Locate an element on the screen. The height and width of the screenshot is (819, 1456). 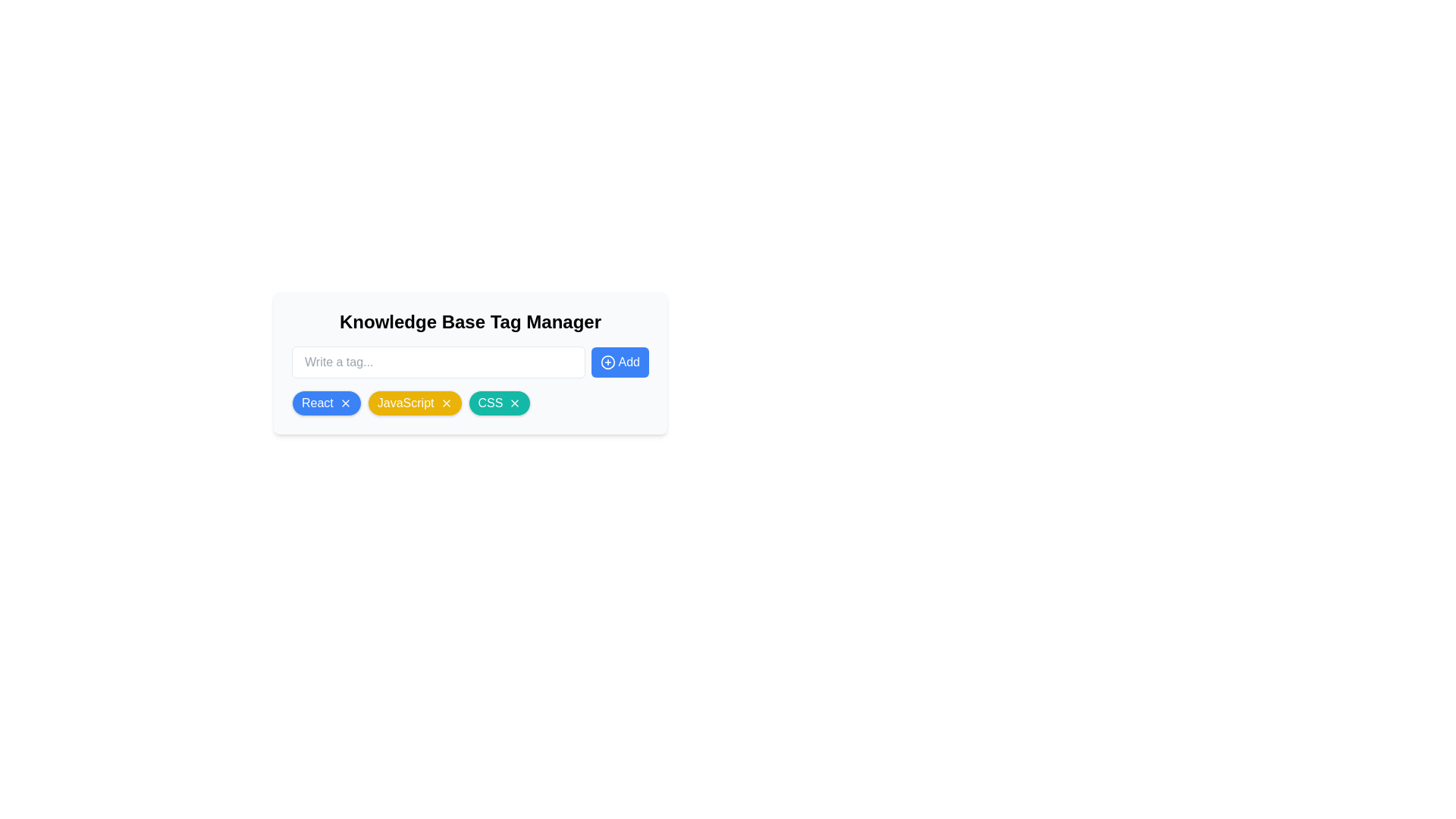
the Close Icon Button, which is an 'X' icon with a yellow background located at the right-most end of the JavaScript tag is located at coordinates (445, 403).